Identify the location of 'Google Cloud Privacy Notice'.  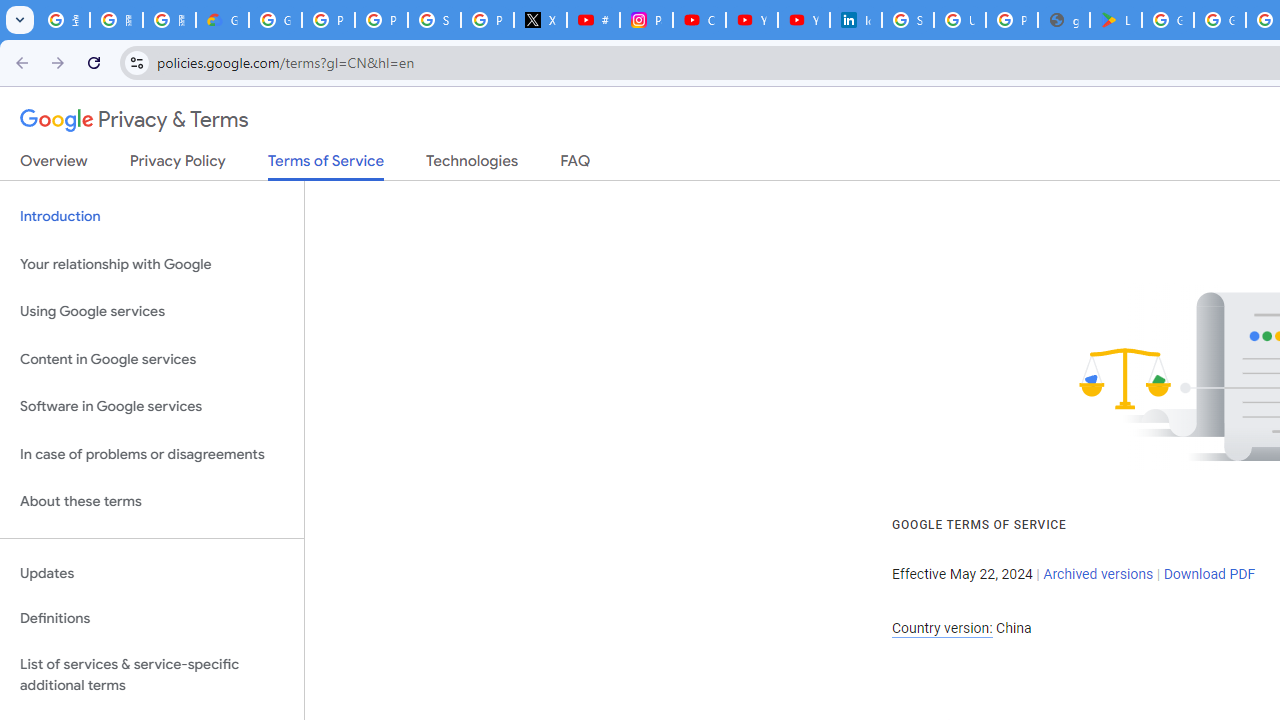
(222, 20).